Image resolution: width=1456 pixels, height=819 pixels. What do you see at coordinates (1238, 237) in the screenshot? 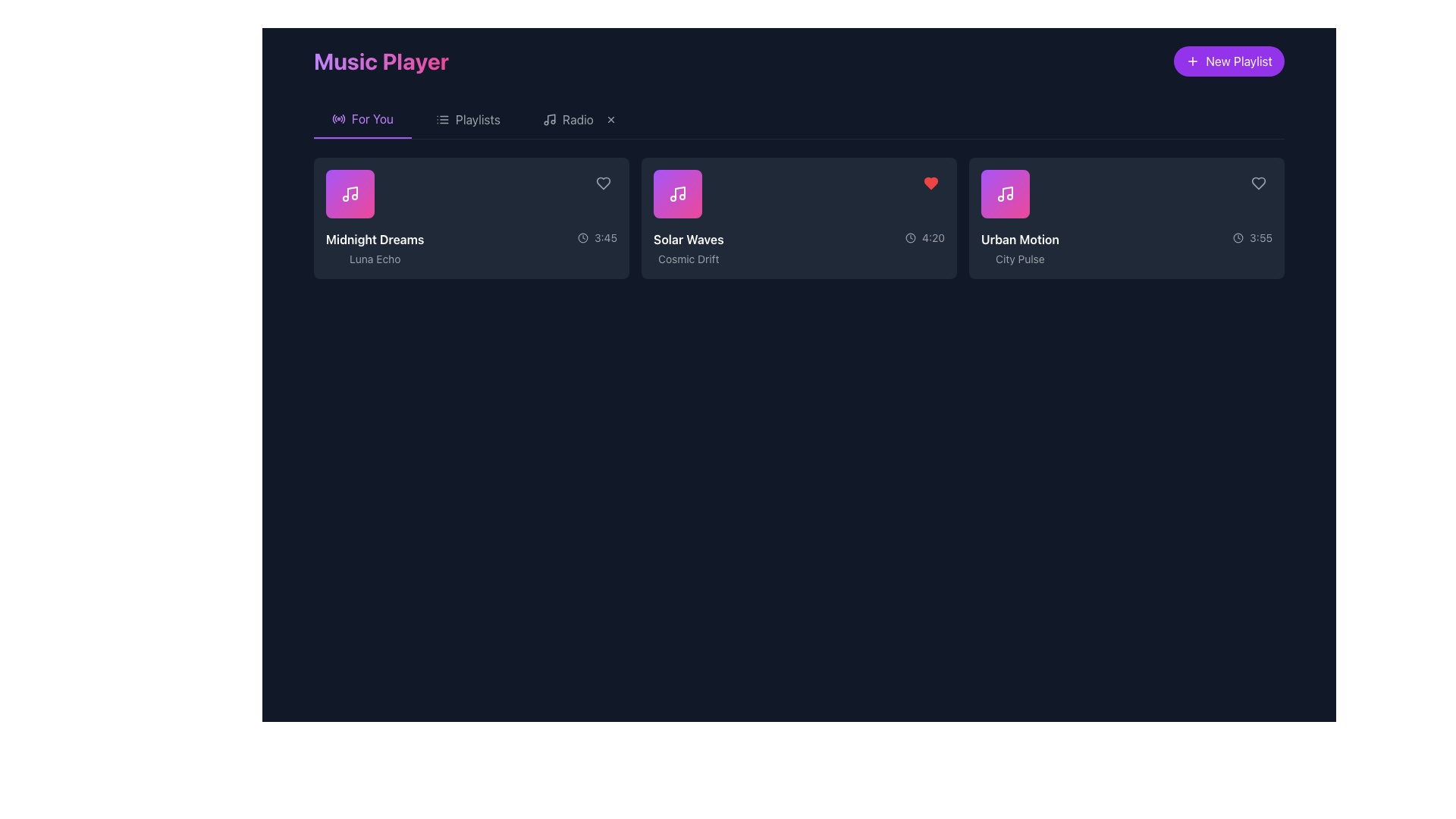
I see `the SVG circle element that represents the clock's outline located in the center of the third music card at the bottom-right corner of the icon` at bounding box center [1238, 237].